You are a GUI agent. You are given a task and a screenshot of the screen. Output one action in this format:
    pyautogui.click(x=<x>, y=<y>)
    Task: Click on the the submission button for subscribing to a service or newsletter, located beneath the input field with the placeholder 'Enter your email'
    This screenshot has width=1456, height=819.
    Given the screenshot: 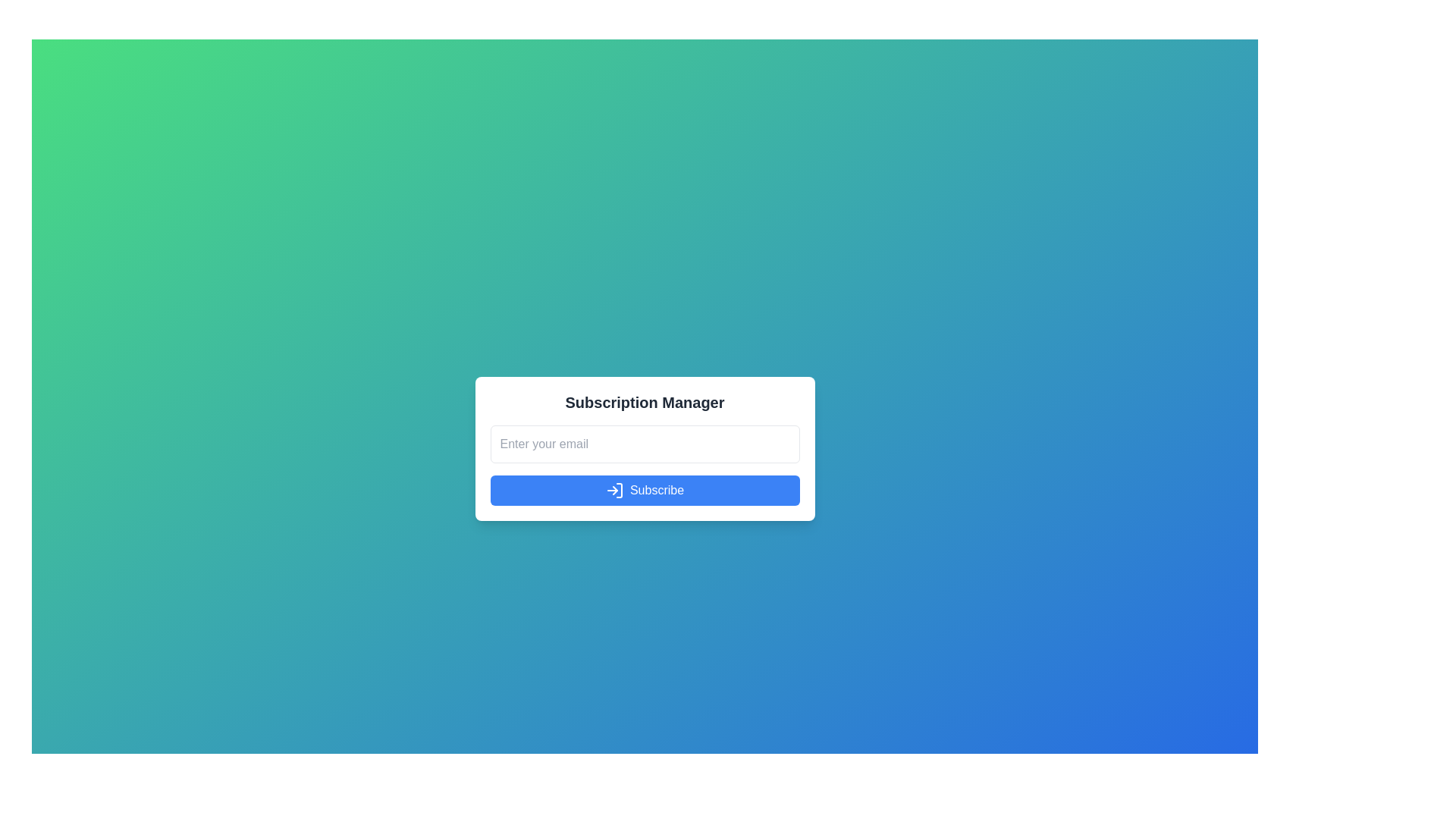 What is the action you would take?
    pyautogui.click(x=645, y=491)
    